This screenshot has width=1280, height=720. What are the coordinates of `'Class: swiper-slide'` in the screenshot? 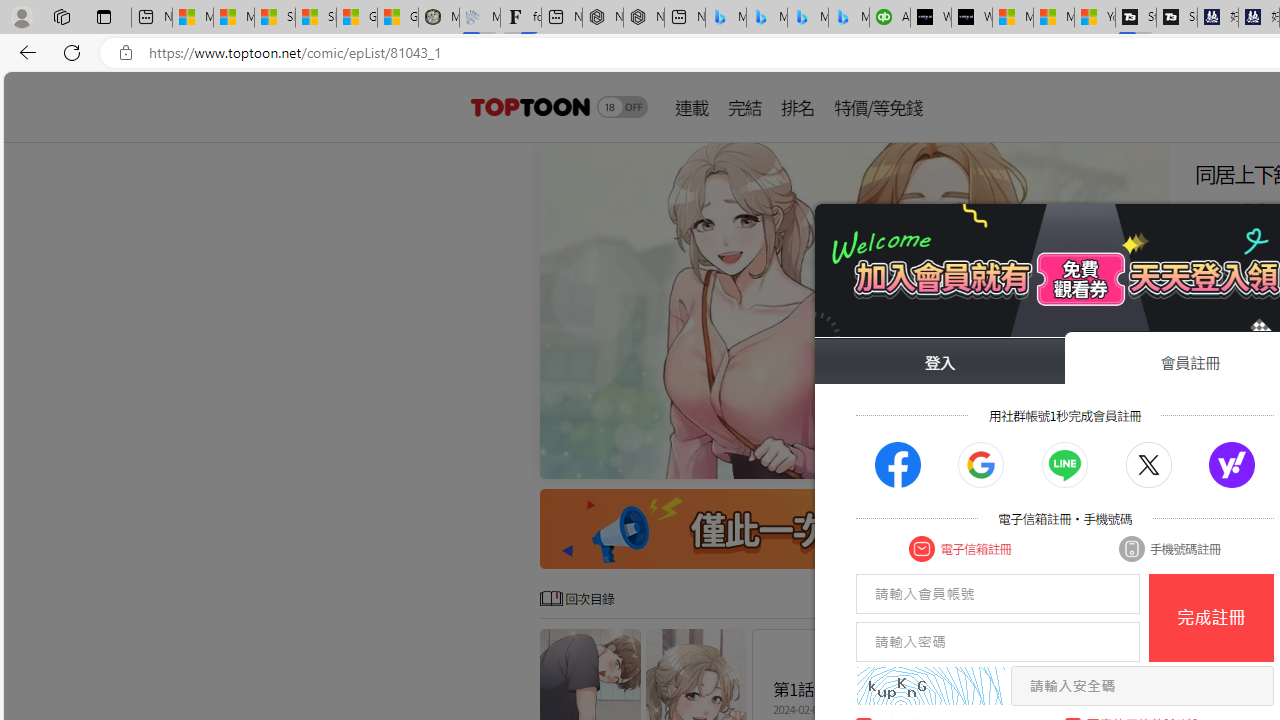 It's located at (855, 311).